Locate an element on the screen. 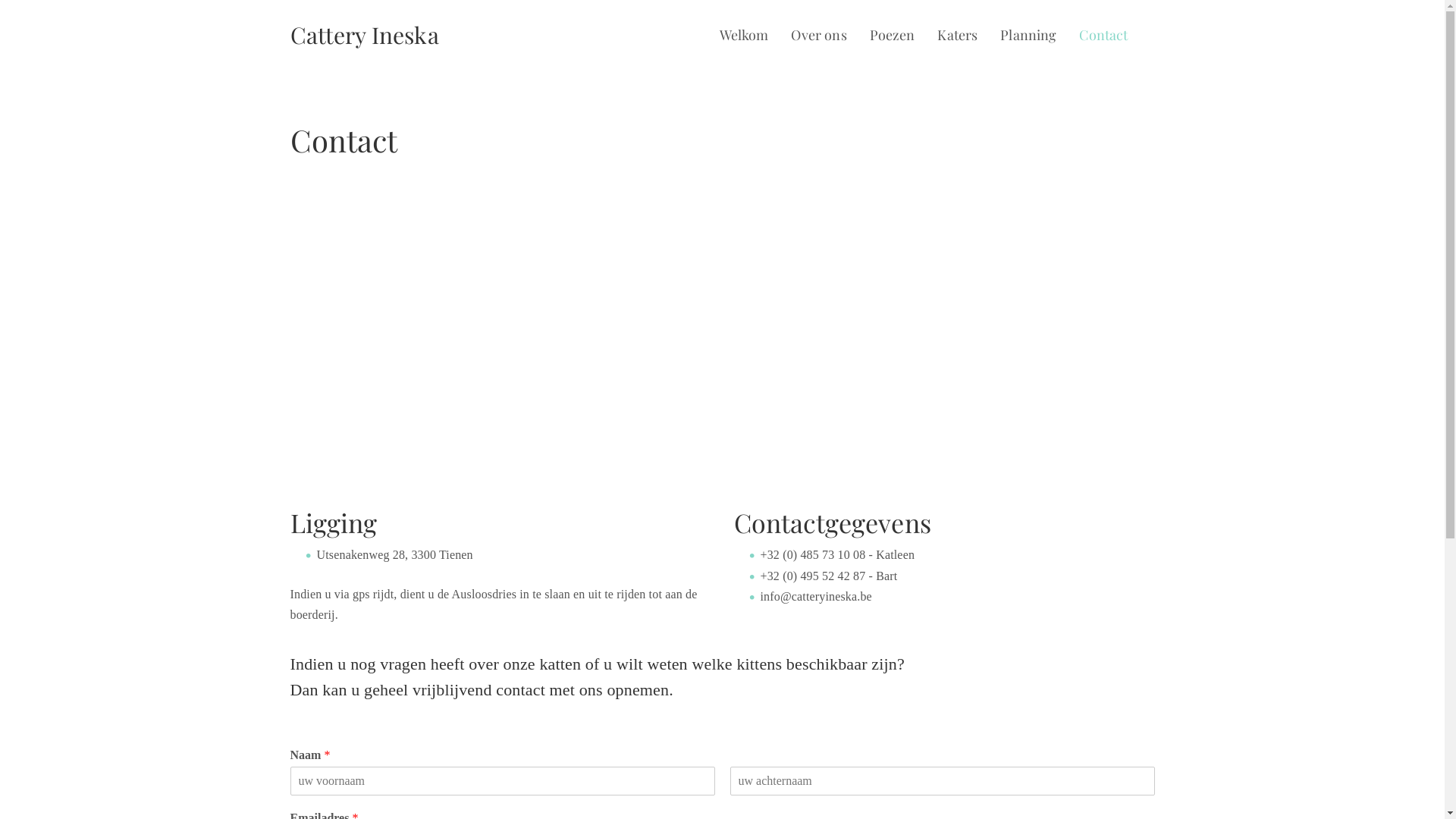 The width and height of the screenshot is (1456, 819). 'Poezen' is located at coordinates (892, 34).